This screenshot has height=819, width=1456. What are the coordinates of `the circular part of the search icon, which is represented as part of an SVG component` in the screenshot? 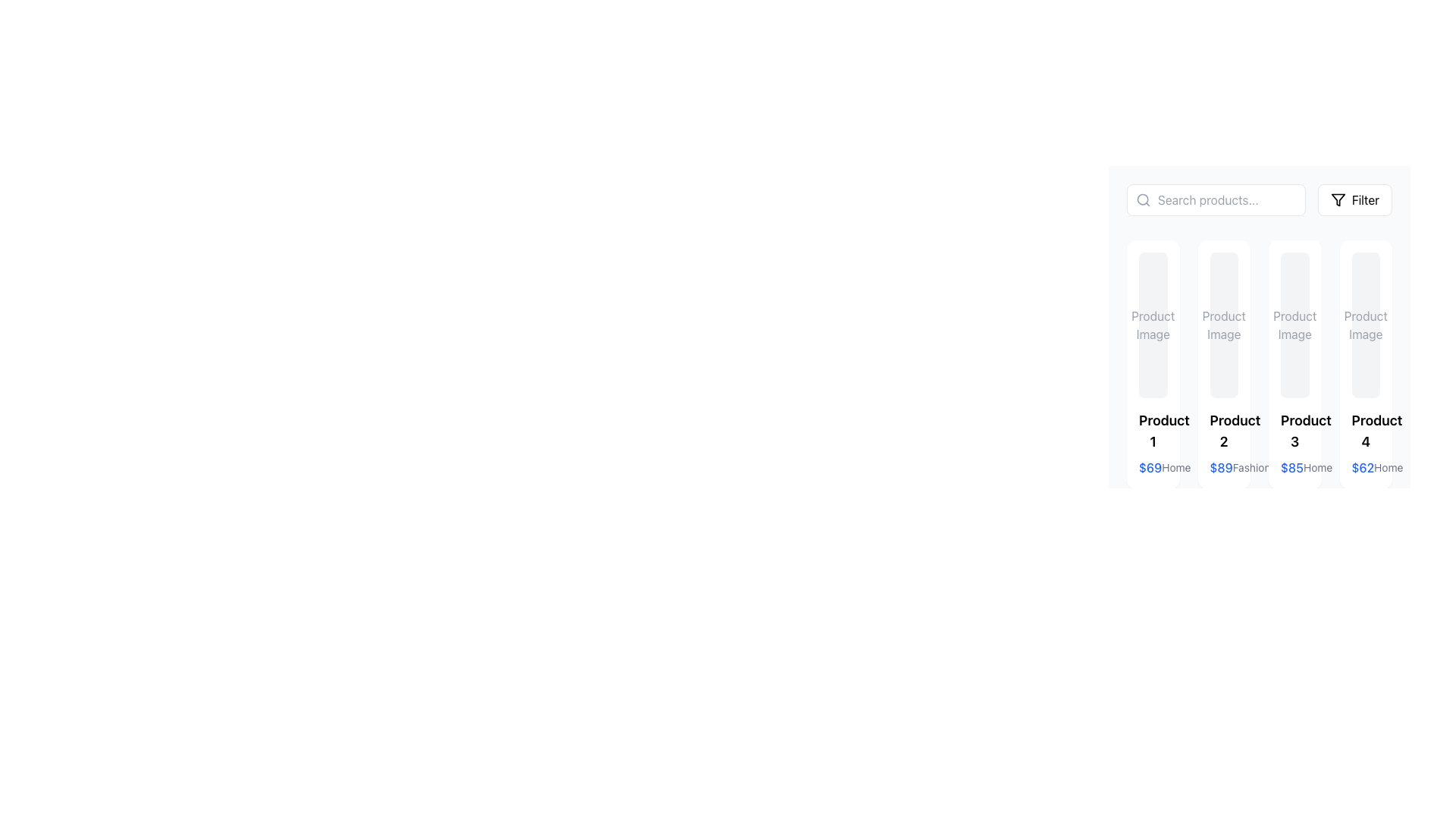 It's located at (1143, 199).